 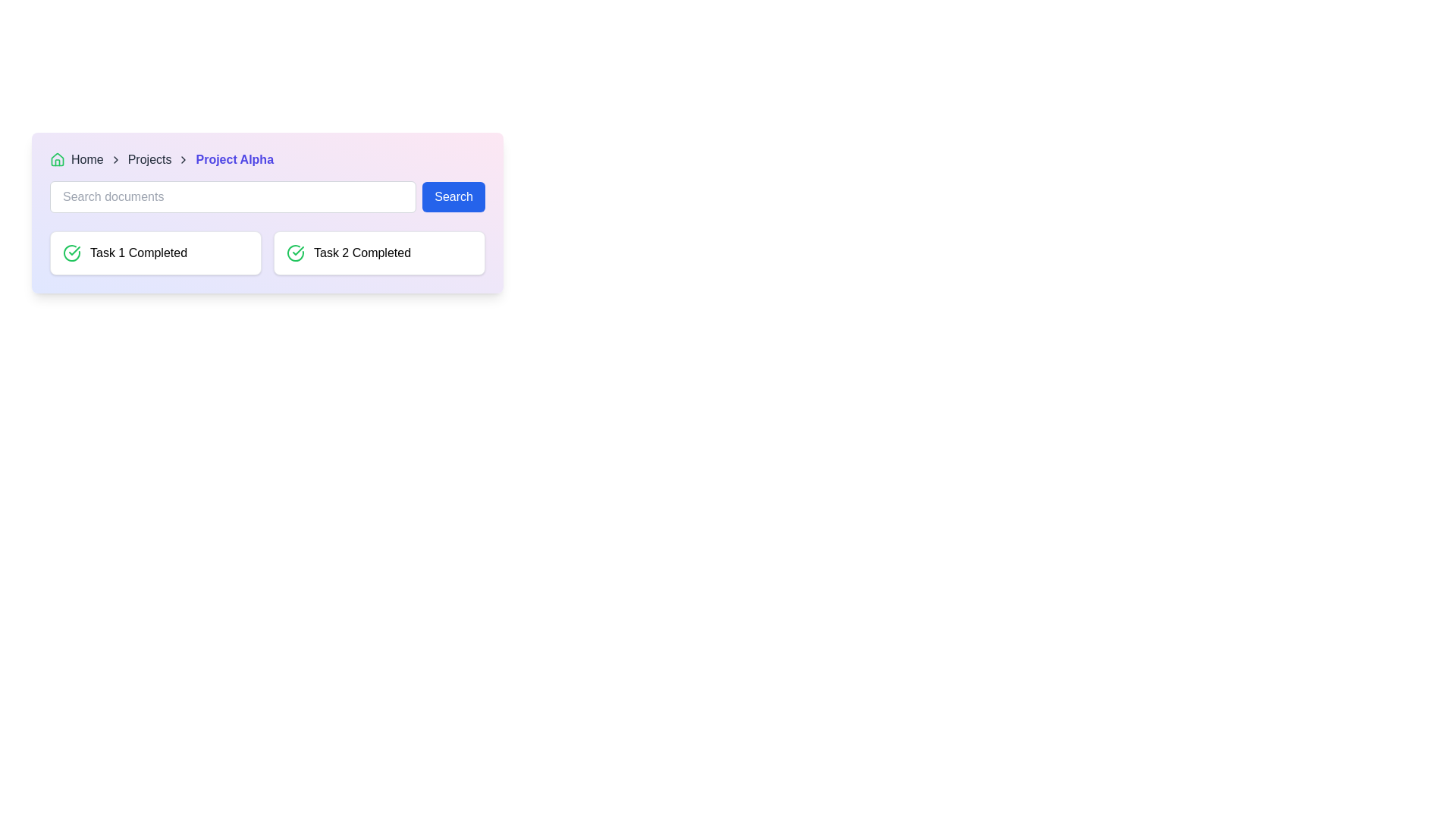 I want to click on 'Home' breadcrumb navigation link, which is the first item in the breadcrumb navigation bar at the top left corner of the card interface, so click(x=76, y=160).